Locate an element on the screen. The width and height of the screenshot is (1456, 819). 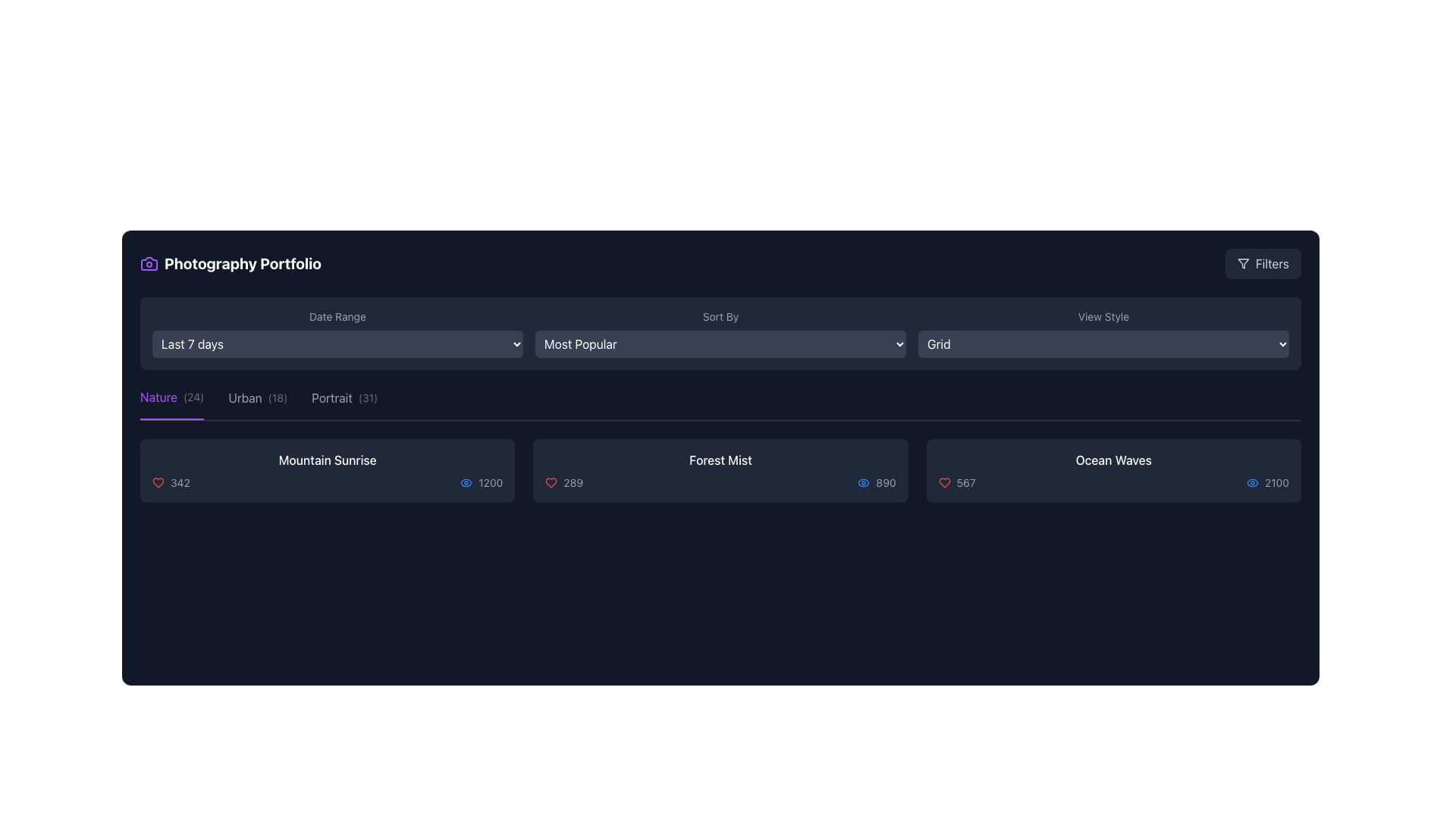
the 'Nature' tab, which is the first item in a horizontal menu of filter options is located at coordinates (171, 397).